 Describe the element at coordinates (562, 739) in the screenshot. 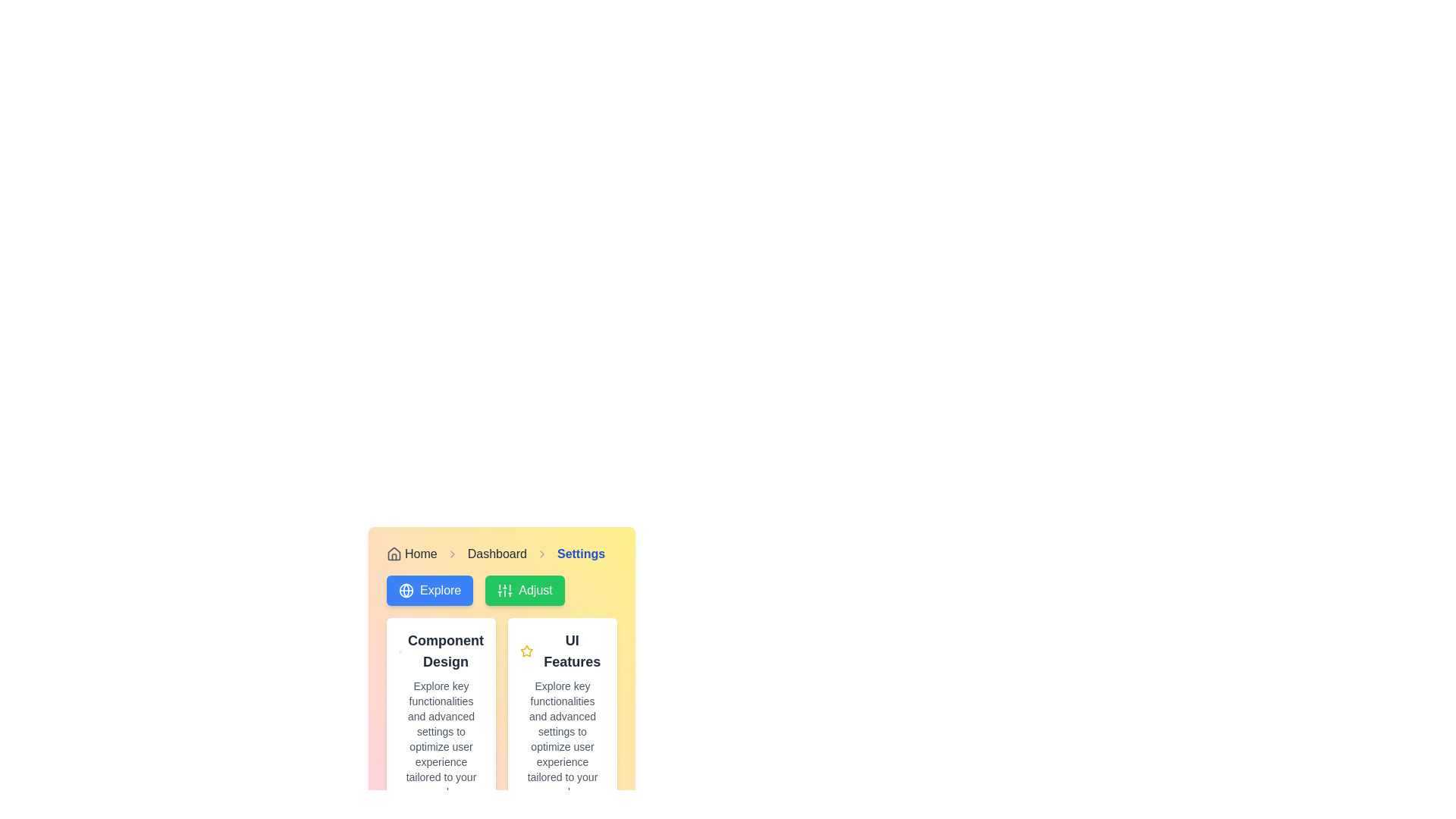

I see `the informational text providing contextual details about the 'UI Features' section, located below the 'UI Features' header and above the 'Learn More' button` at that location.